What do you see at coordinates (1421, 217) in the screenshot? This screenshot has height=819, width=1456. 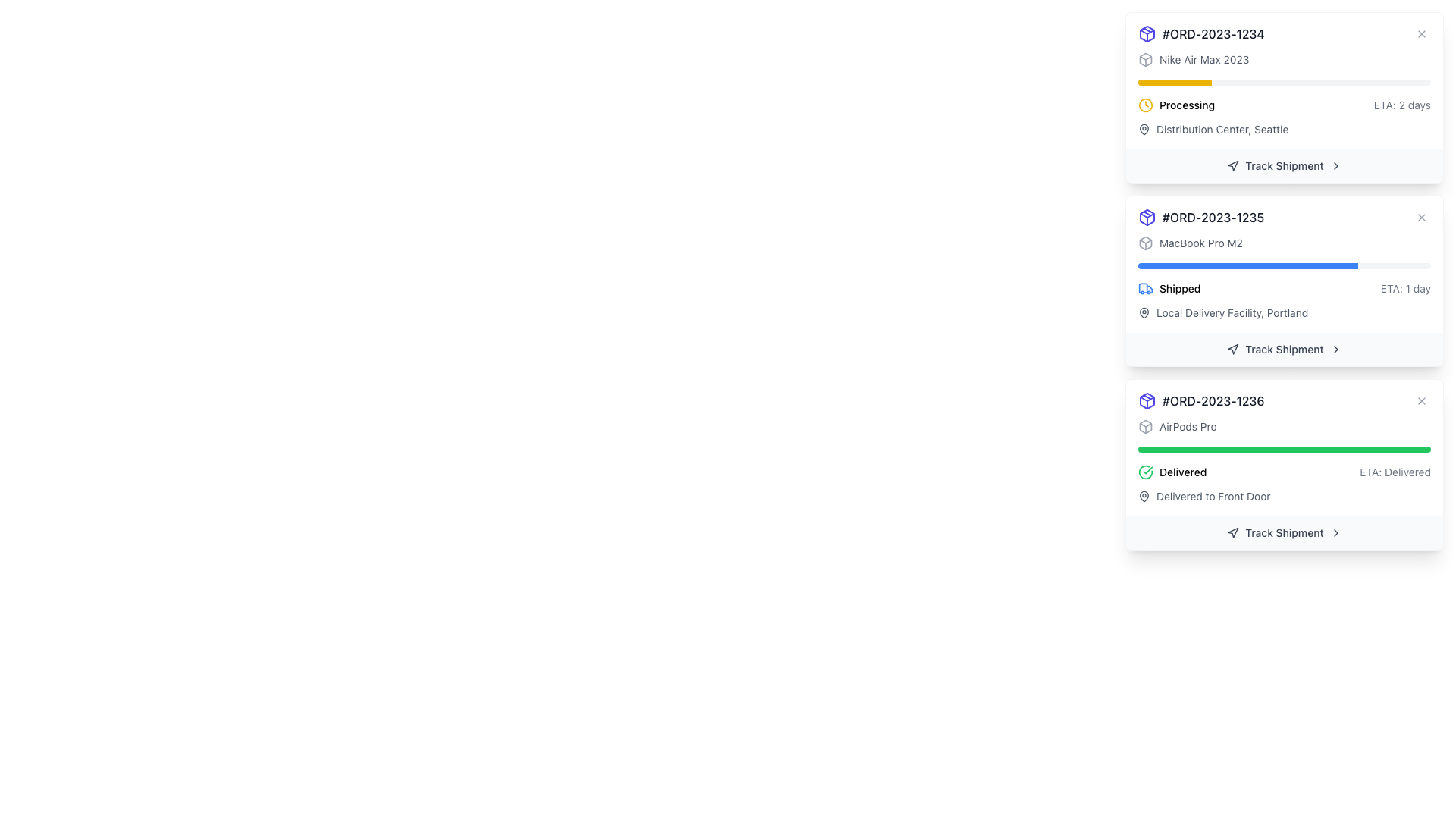 I see `the dismiss button with an icon located in the top-right corner of the order card for order #ORD-2023-1235` at bounding box center [1421, 217].